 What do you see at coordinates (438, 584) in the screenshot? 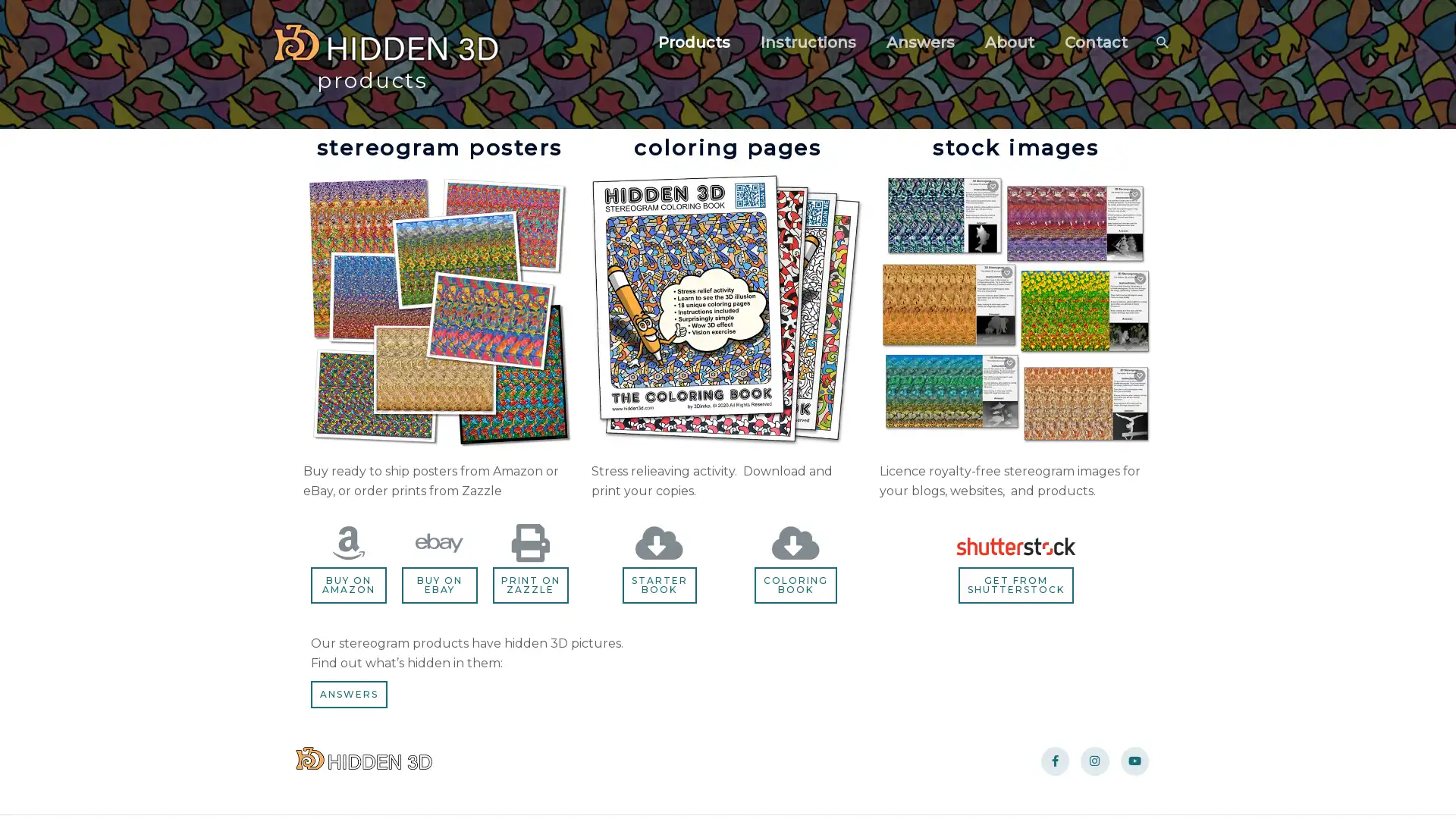
I see `BUY ON EBAY` at bounding box center [438, 584].